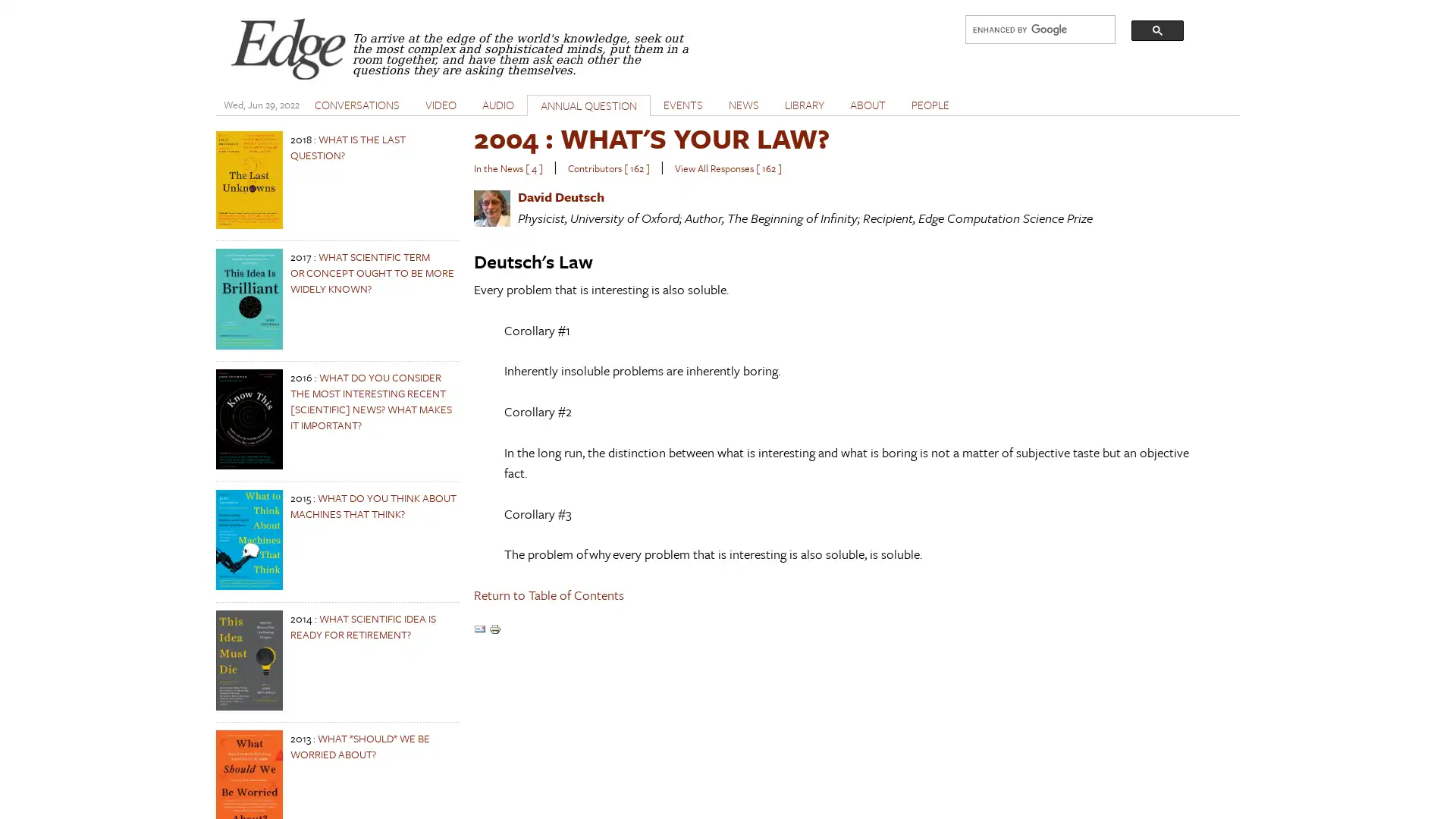 The image size is (1456, 819). I want to click on search, so click(1156, 30).